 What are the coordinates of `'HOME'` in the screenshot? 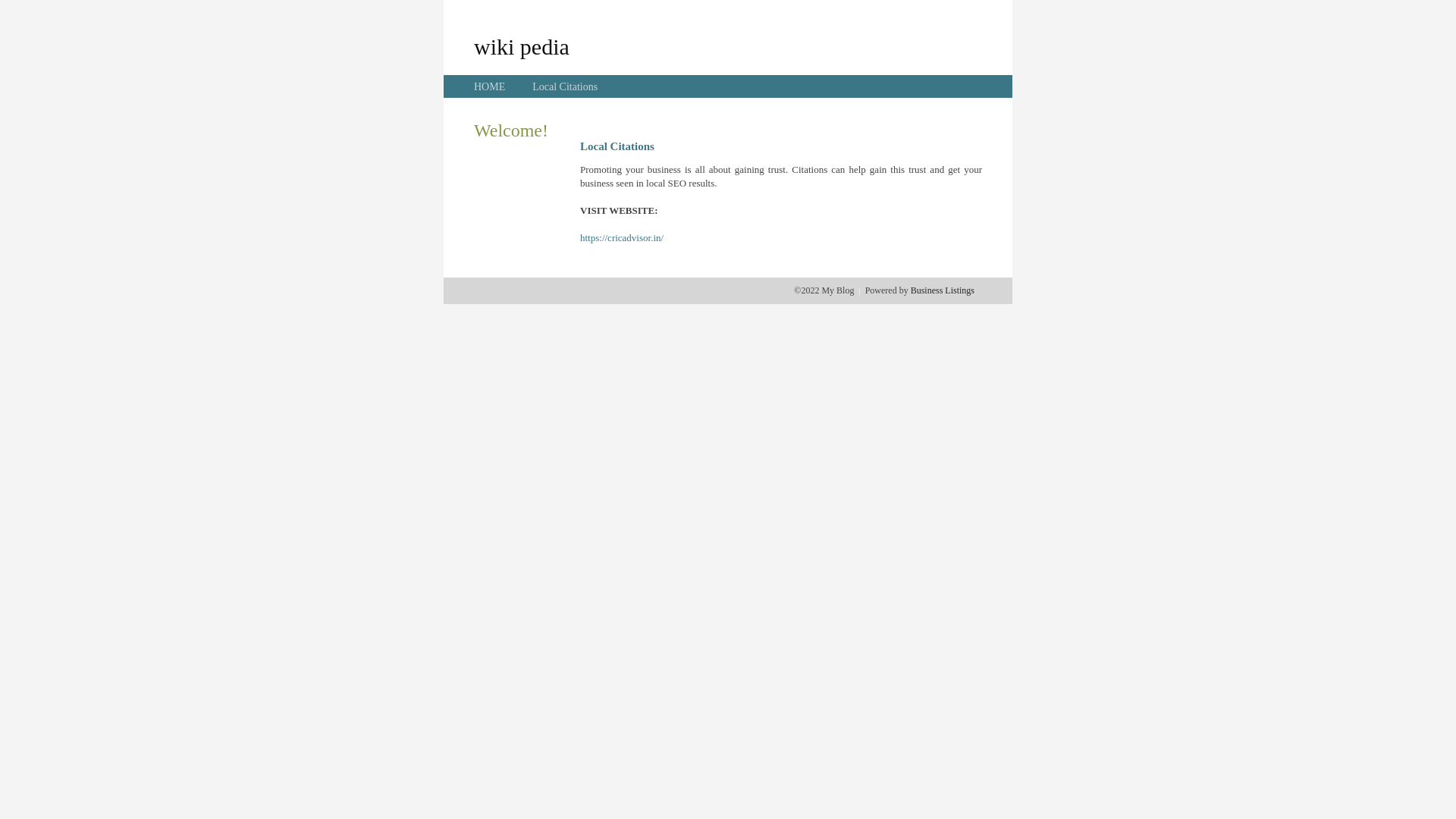 It's located at (489, 86).